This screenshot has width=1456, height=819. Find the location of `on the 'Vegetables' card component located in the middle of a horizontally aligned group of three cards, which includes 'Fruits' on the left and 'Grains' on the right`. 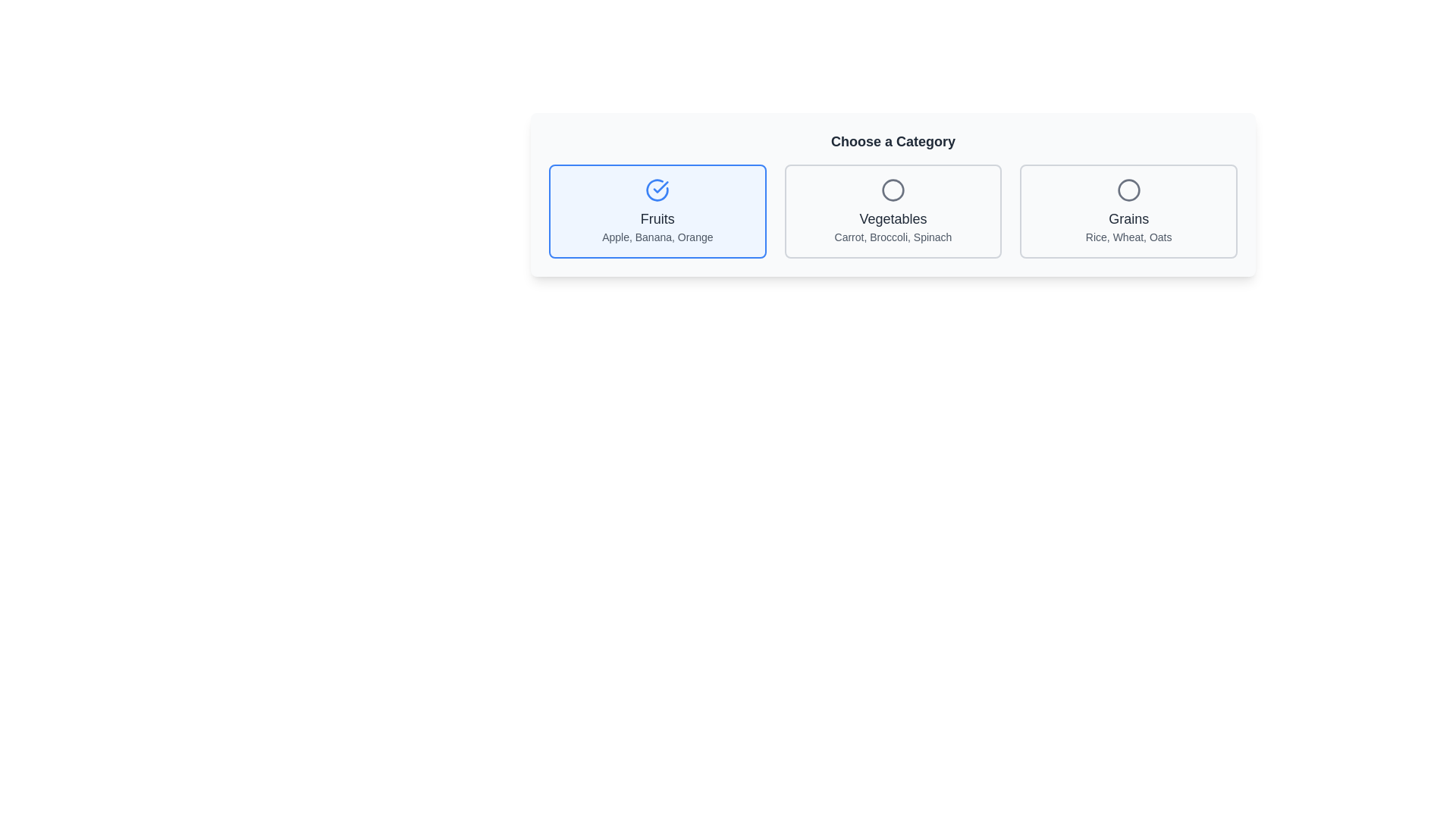

on the 'Vegetables' card component located in the middle of a horizontally aligned group of three cards, which includes 'Fruits' on the left and 'Grains' on the right is located at coordinates (893, 211).